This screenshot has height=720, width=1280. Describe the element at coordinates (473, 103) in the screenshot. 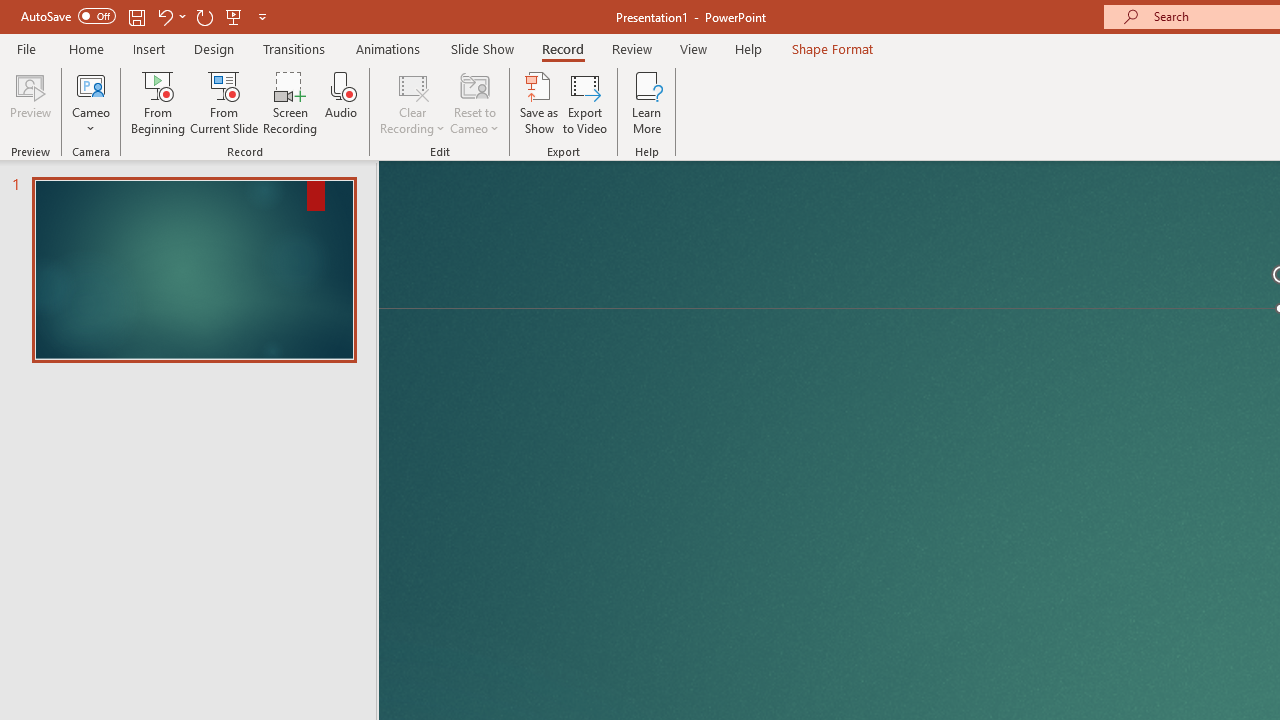

I see `'Reset to Cameo'` at that location.